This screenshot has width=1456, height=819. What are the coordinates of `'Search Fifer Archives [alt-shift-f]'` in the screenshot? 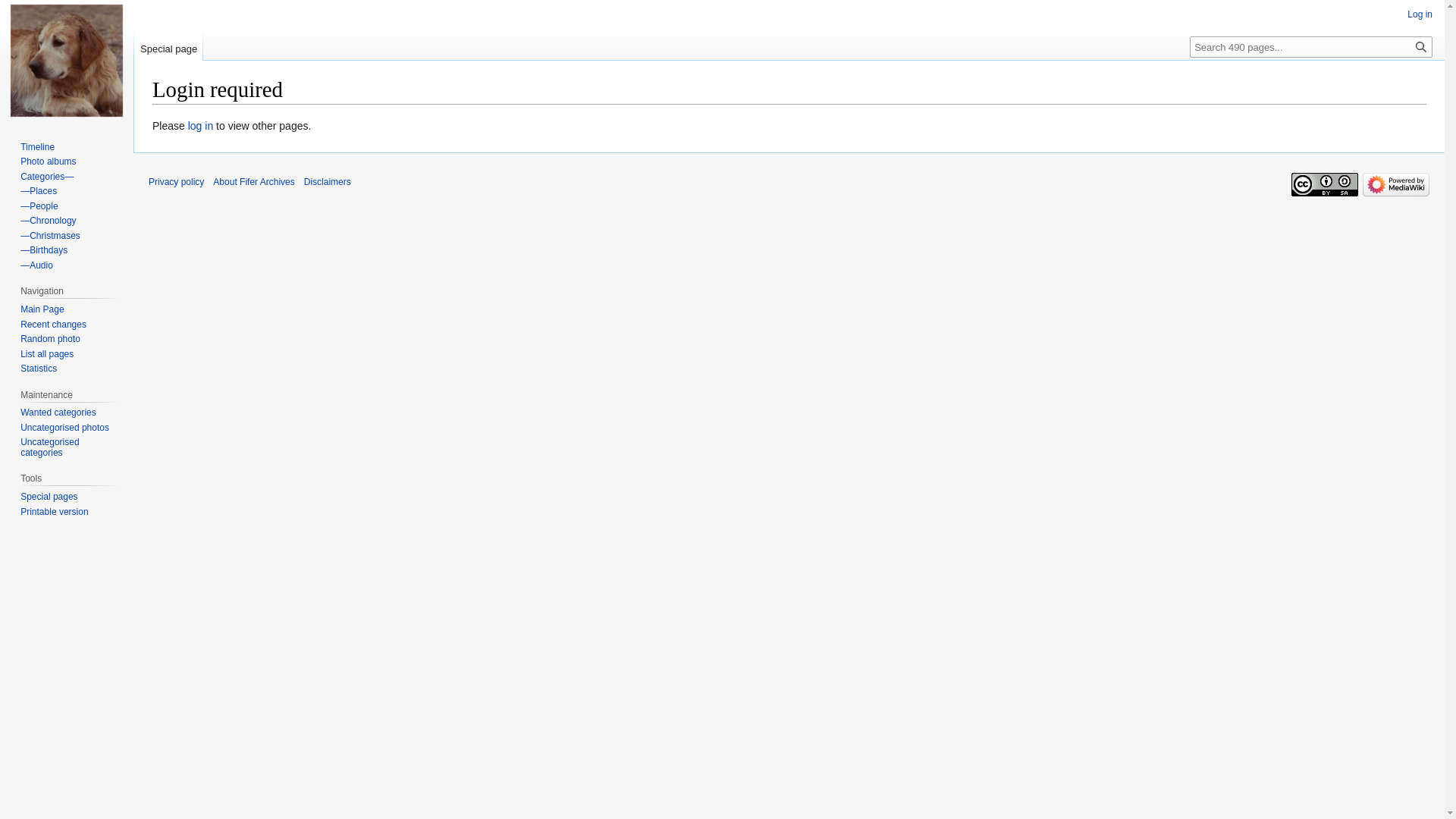 It's located at (1310, 45).